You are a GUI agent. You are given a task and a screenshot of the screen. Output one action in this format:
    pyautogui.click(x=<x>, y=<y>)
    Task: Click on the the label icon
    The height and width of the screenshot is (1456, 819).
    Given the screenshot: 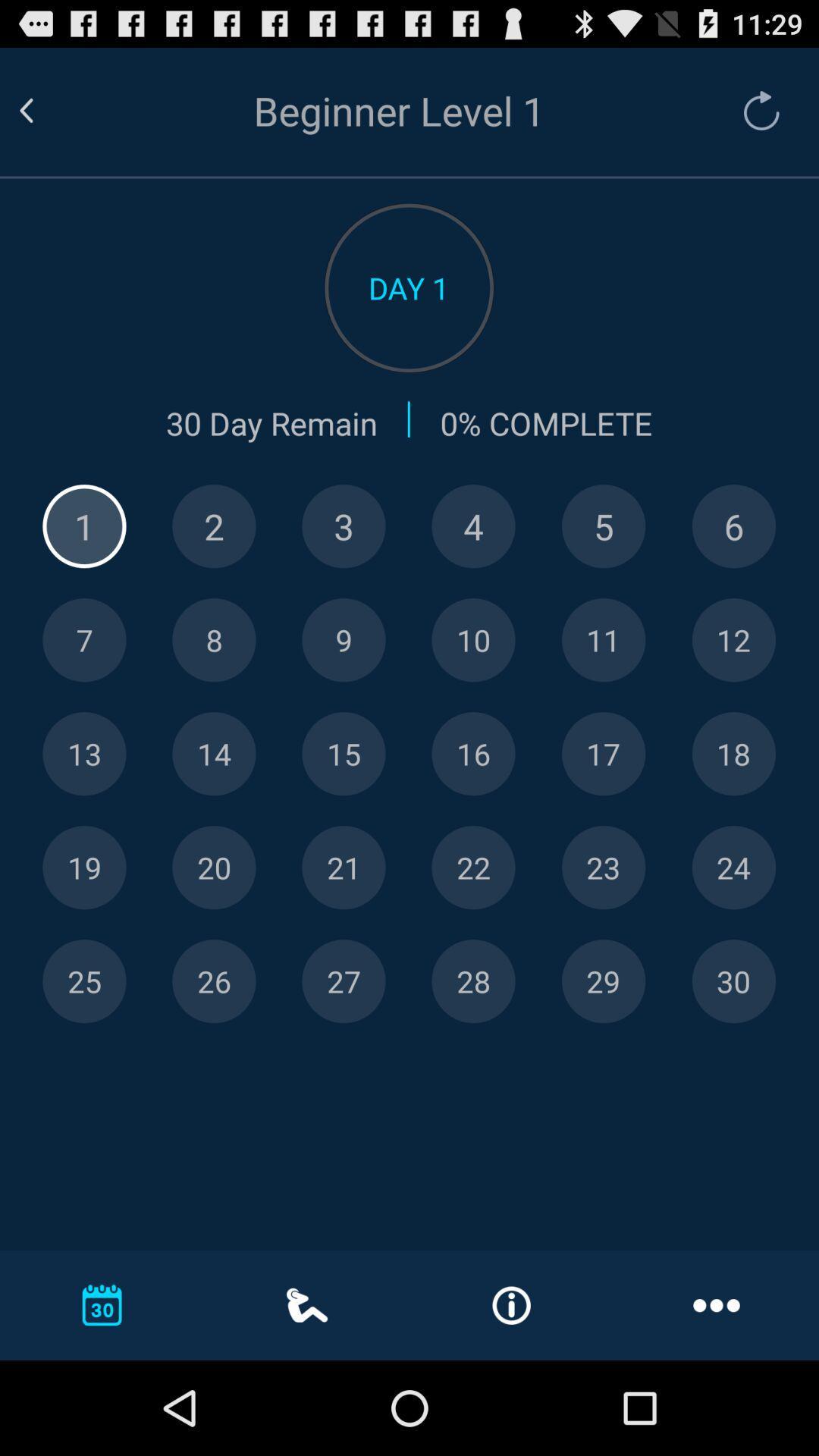 What is the action you would take?
    pyautogui.click(x=472, y=927)
    